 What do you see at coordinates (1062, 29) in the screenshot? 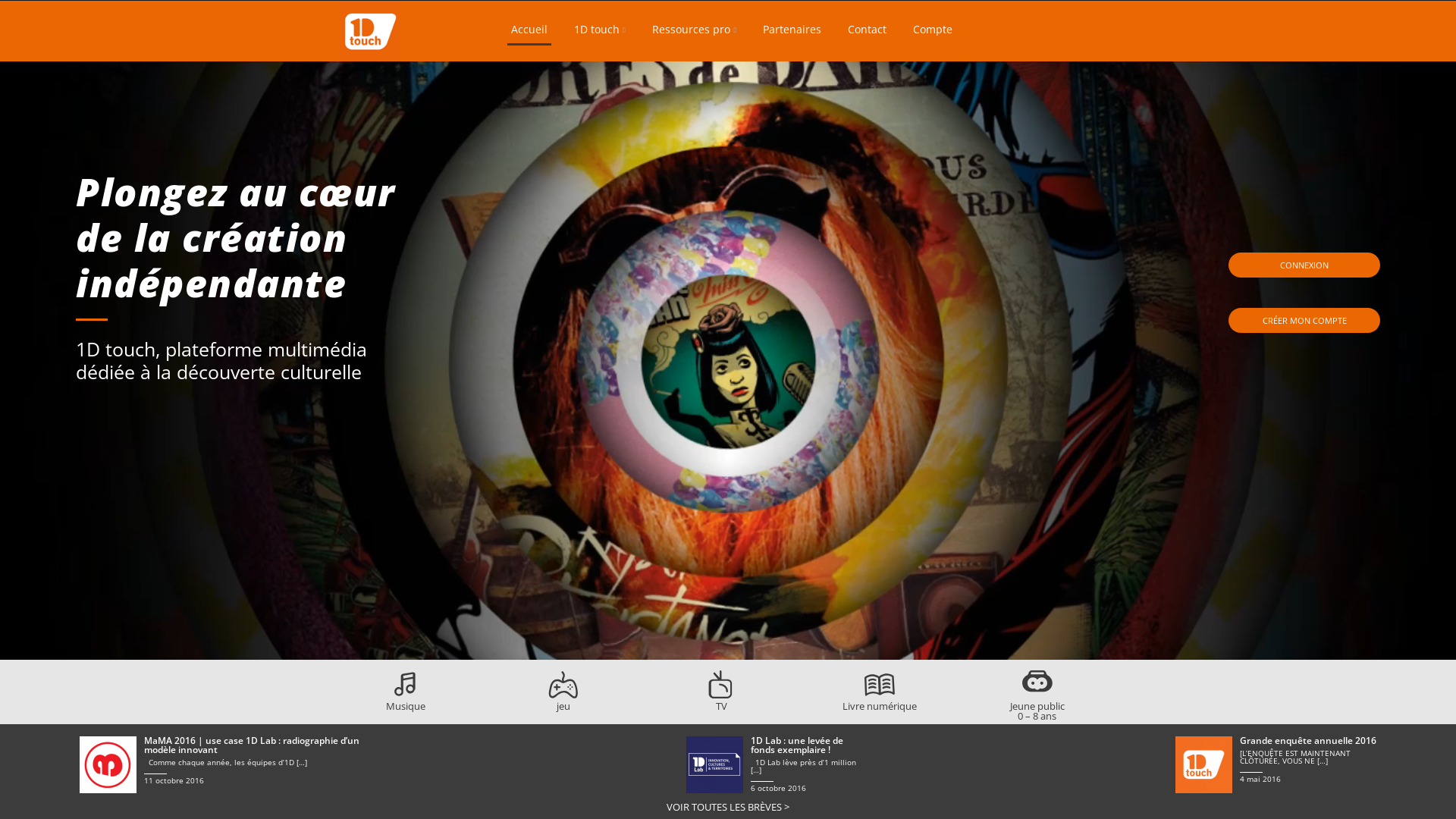
I see `'Twitter'` at bounding box center [1062, 29].